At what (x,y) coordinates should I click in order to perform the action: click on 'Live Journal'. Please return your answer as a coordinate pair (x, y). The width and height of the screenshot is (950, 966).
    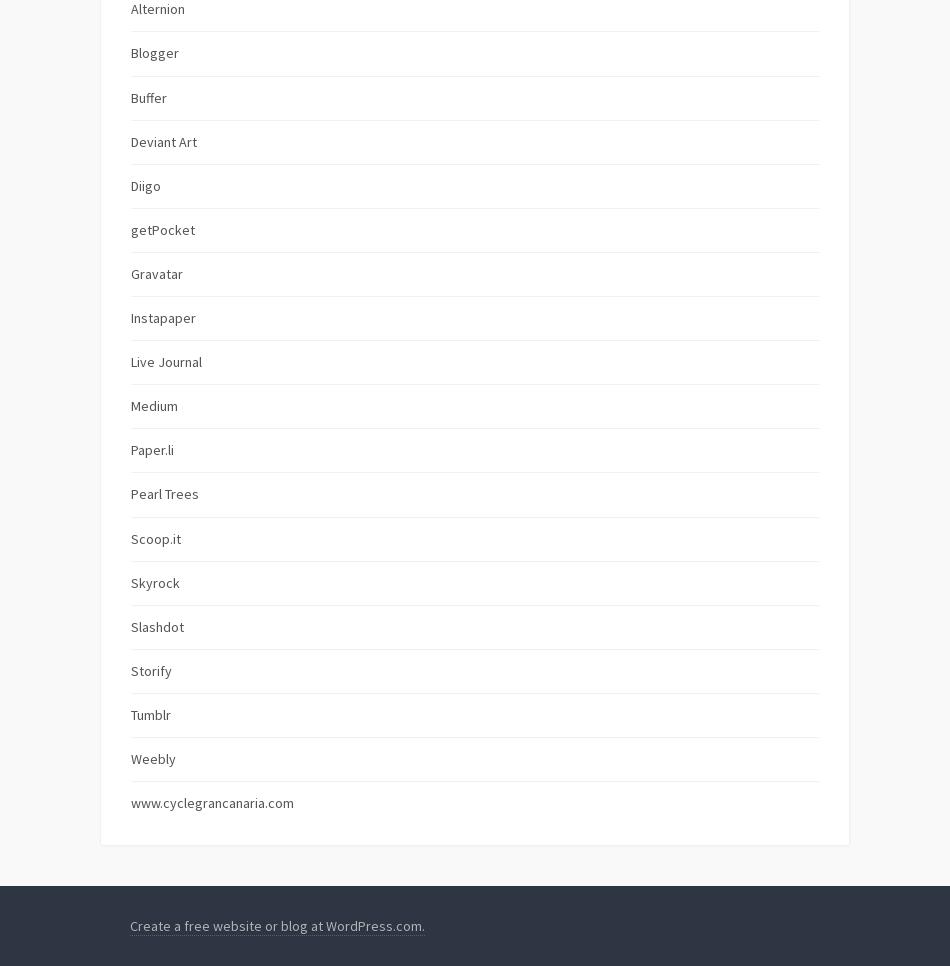
    Looking at the image, I should click on (131, 360).